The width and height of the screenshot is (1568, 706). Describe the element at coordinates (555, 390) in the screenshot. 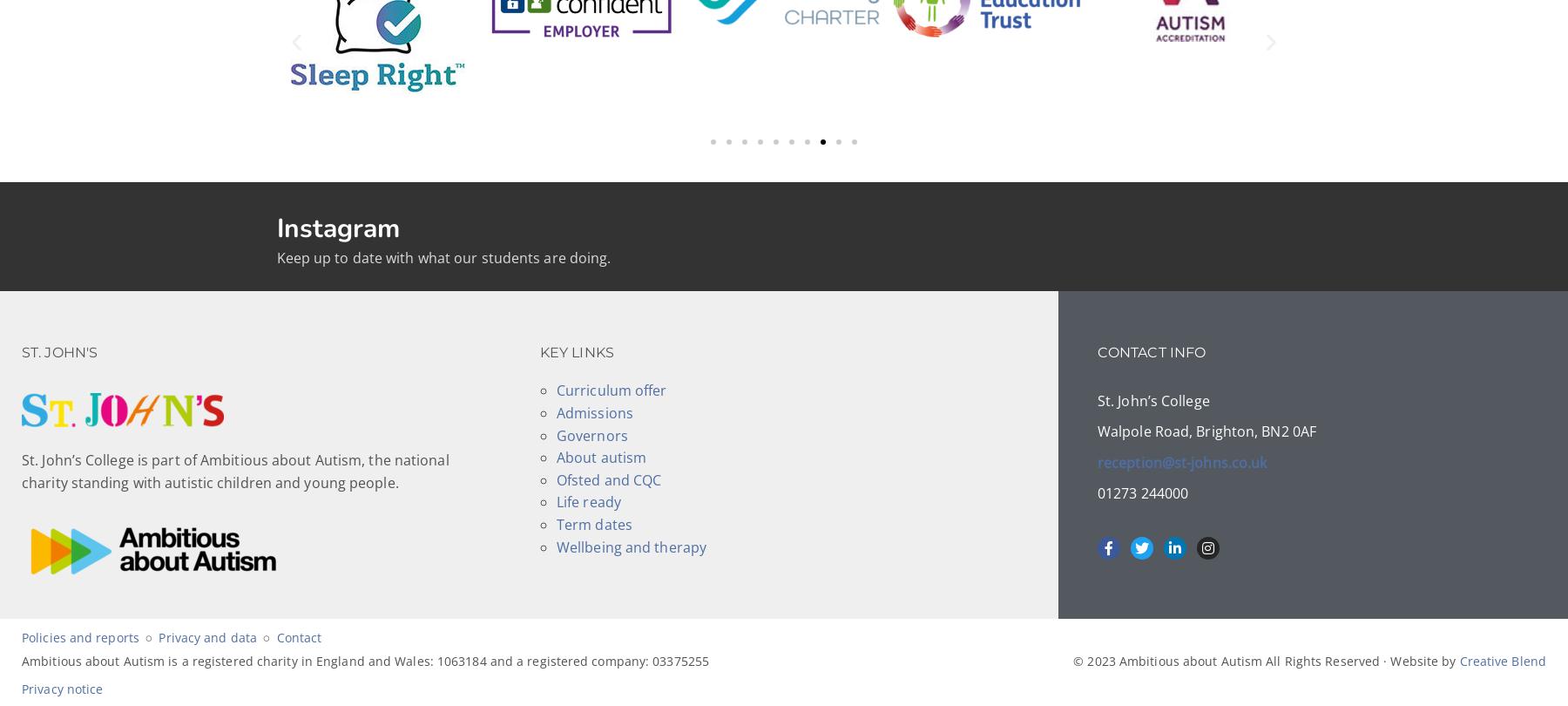

I see `'Curriculum offer'` at that location.